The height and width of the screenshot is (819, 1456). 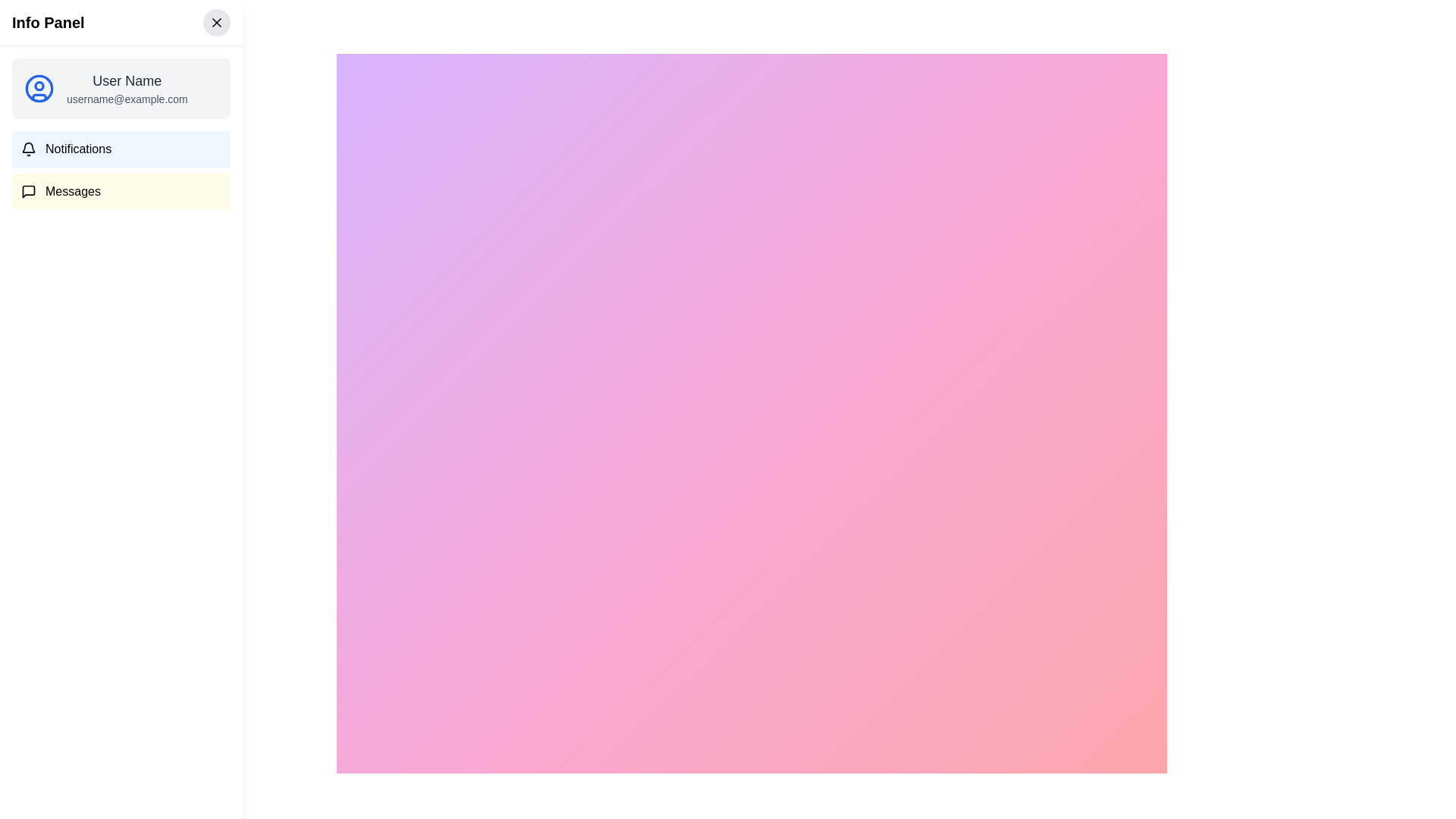 What do you see at coordinates (127, 81) in the screenshot?
I see `the primary label displaying the user's name, located in the top section of the side info panel, to the right of the circular profile icon and above the email address text` at bounding box center [127, 81].